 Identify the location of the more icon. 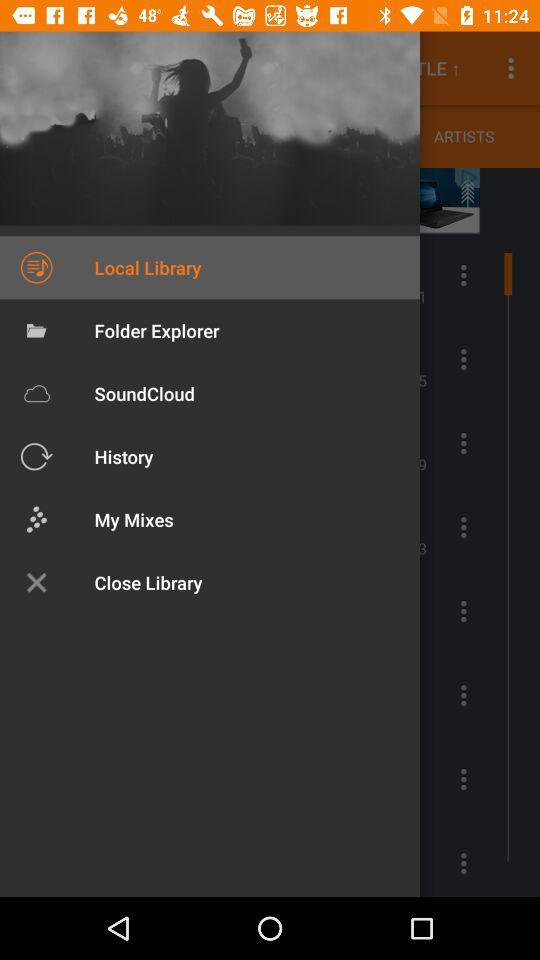
(463, 274).